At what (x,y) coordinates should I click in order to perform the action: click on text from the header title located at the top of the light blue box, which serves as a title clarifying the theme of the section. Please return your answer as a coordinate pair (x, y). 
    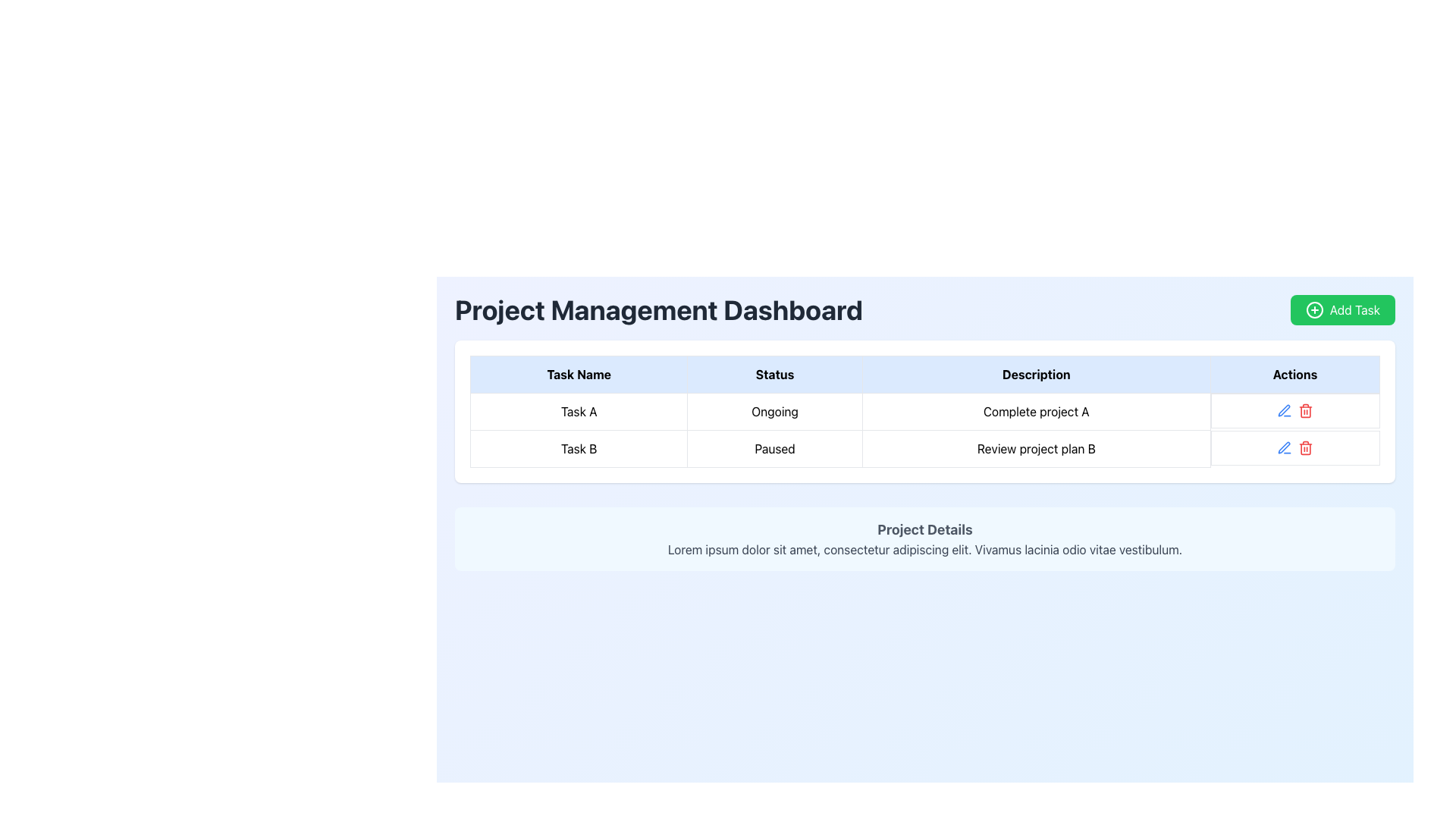
    Looking at the image, I should click on (924, 529).